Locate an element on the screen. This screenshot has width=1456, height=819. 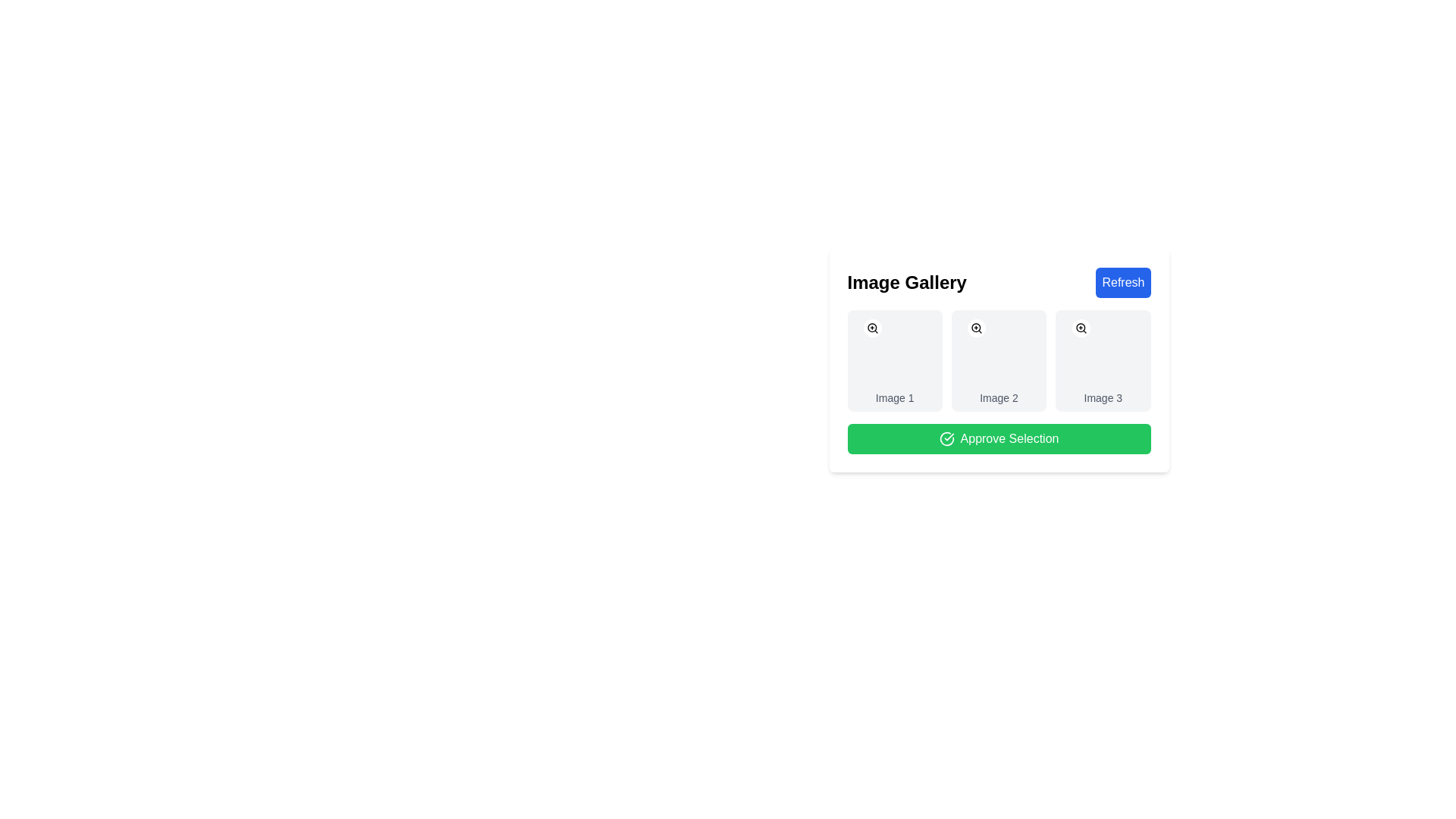
the Clickable Image Card located in the middle of the image gallery is located at coordinates (999, 360).